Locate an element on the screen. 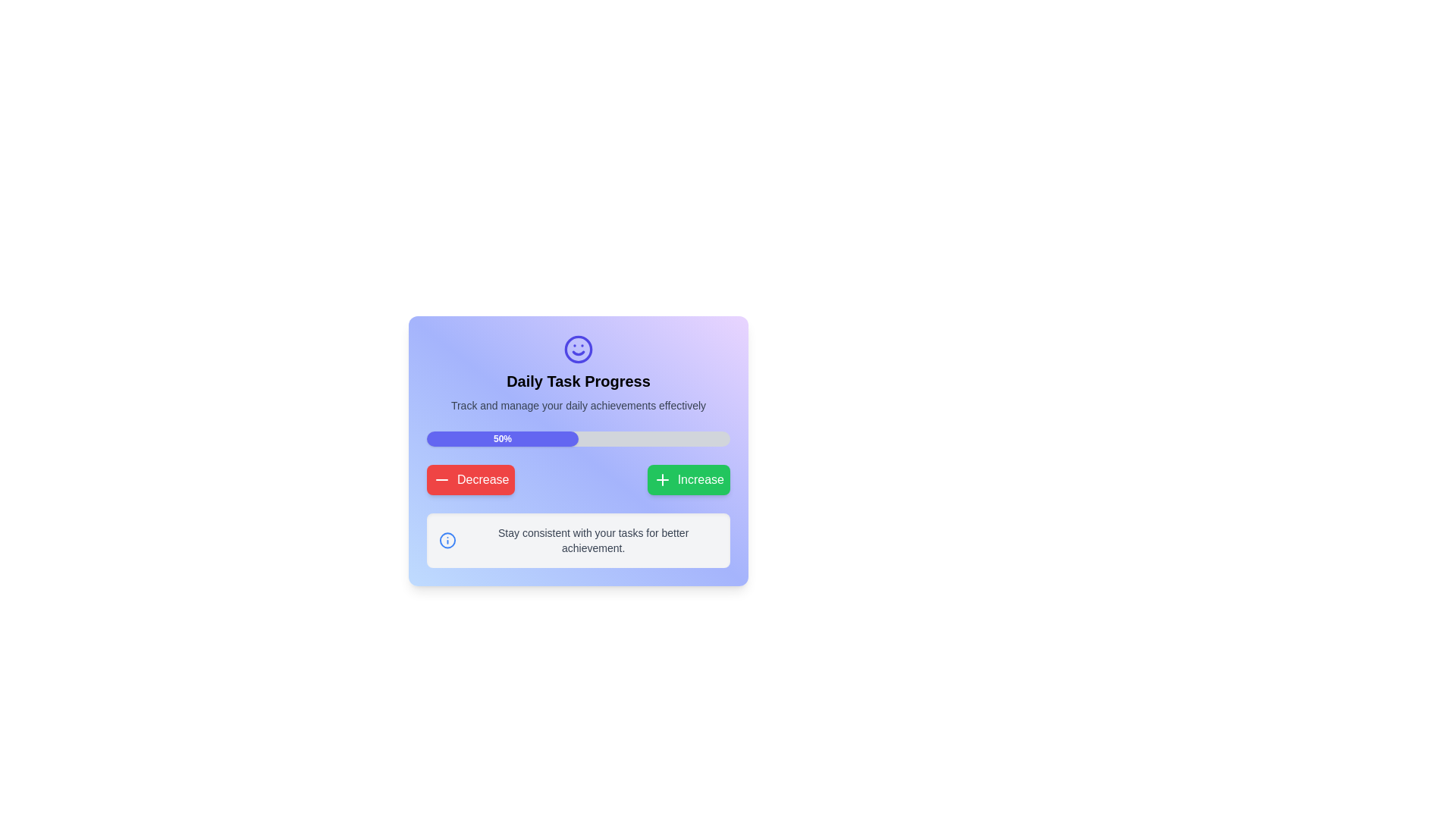 The image size is (1456, 819). the red 'Decrease' button with a white minus icon, which is the leftmost button in a row of two buttons is located at coordinates (470, 479).